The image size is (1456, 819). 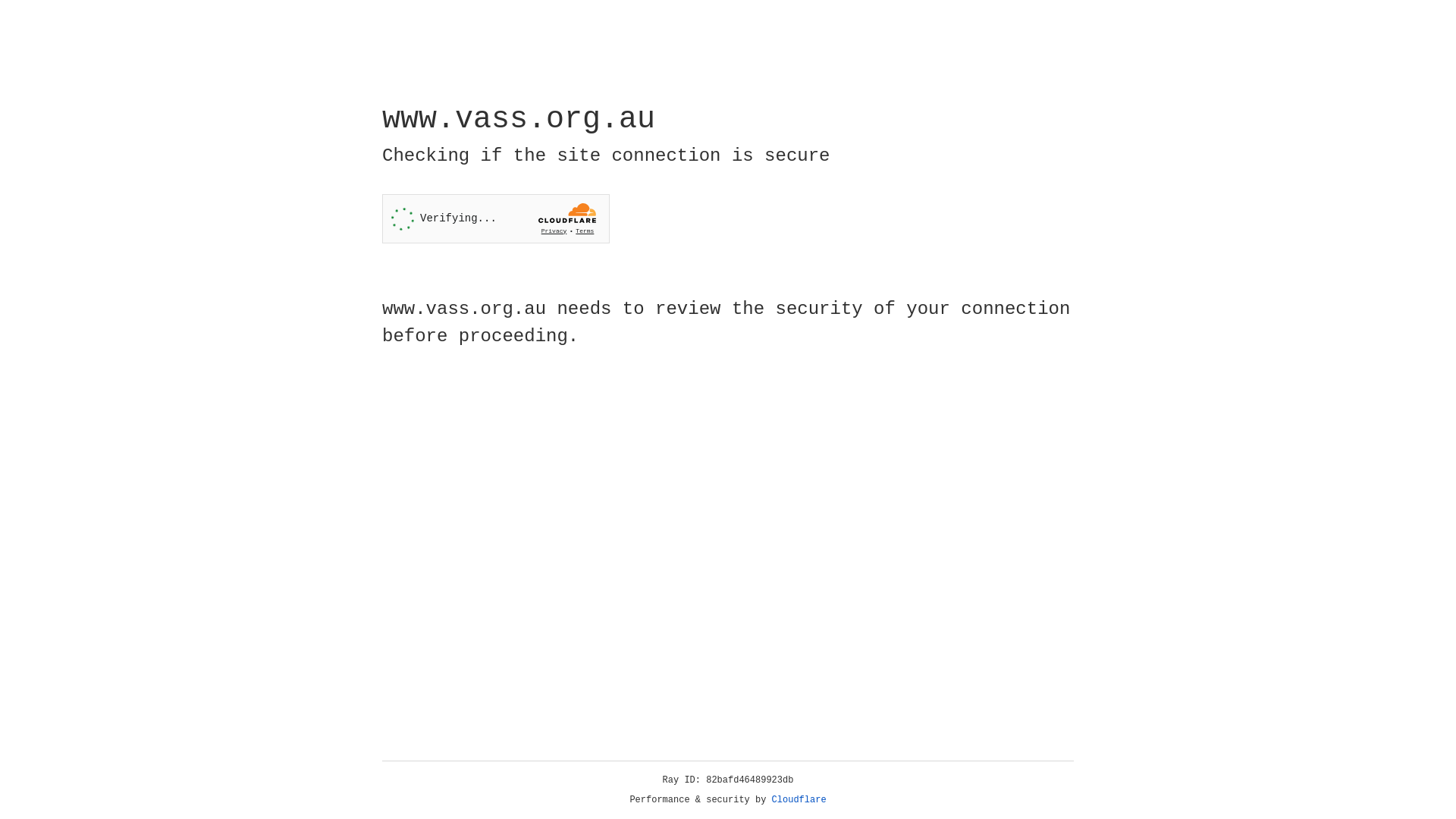 I want to click on 'Cloudflare', so click(x=771, y=799).